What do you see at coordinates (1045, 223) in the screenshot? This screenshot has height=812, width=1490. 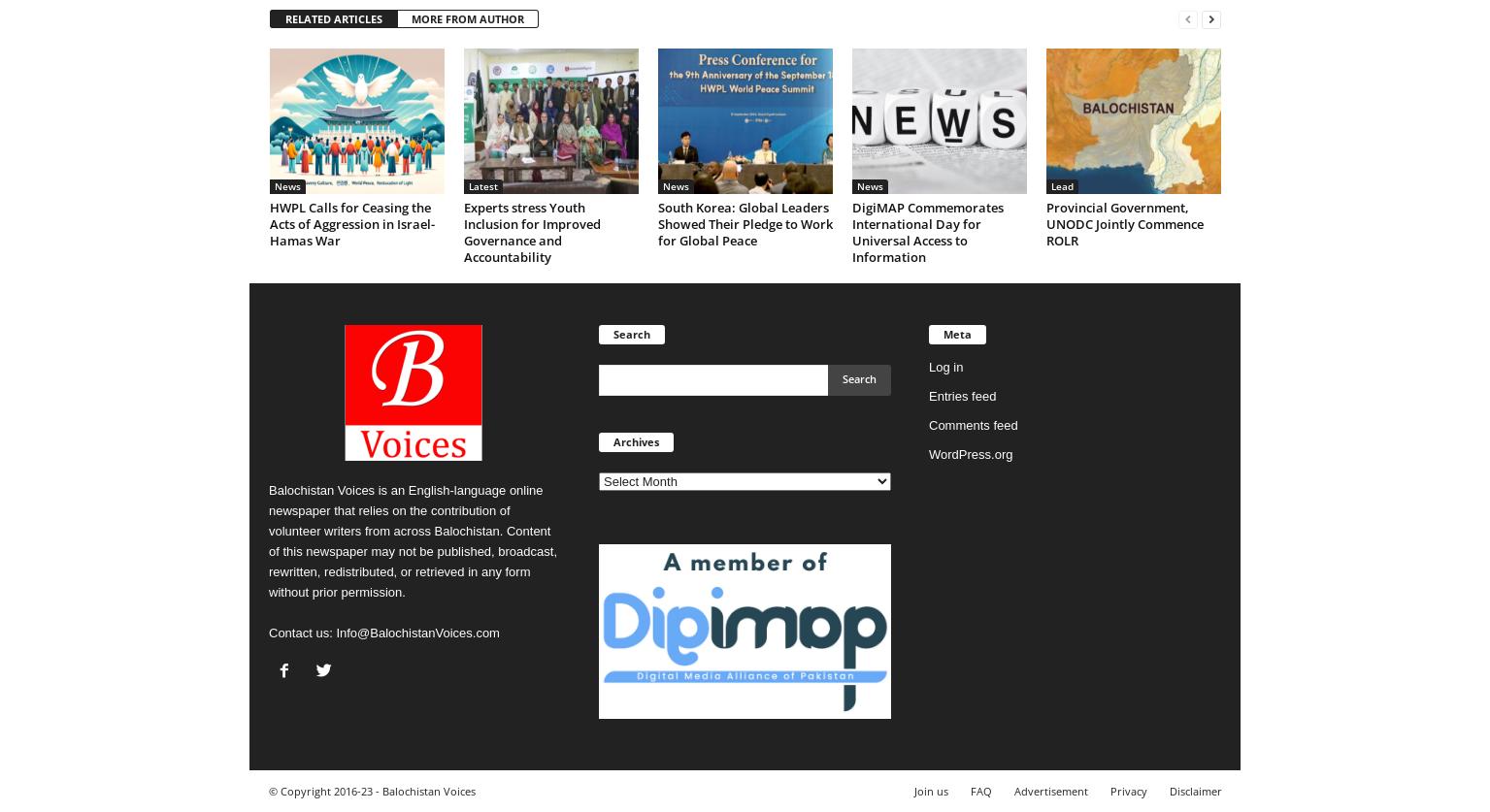 I see `'Provincial Government, UNODC Jointly Commence ROLR'` at bounding box center [1045, 223].